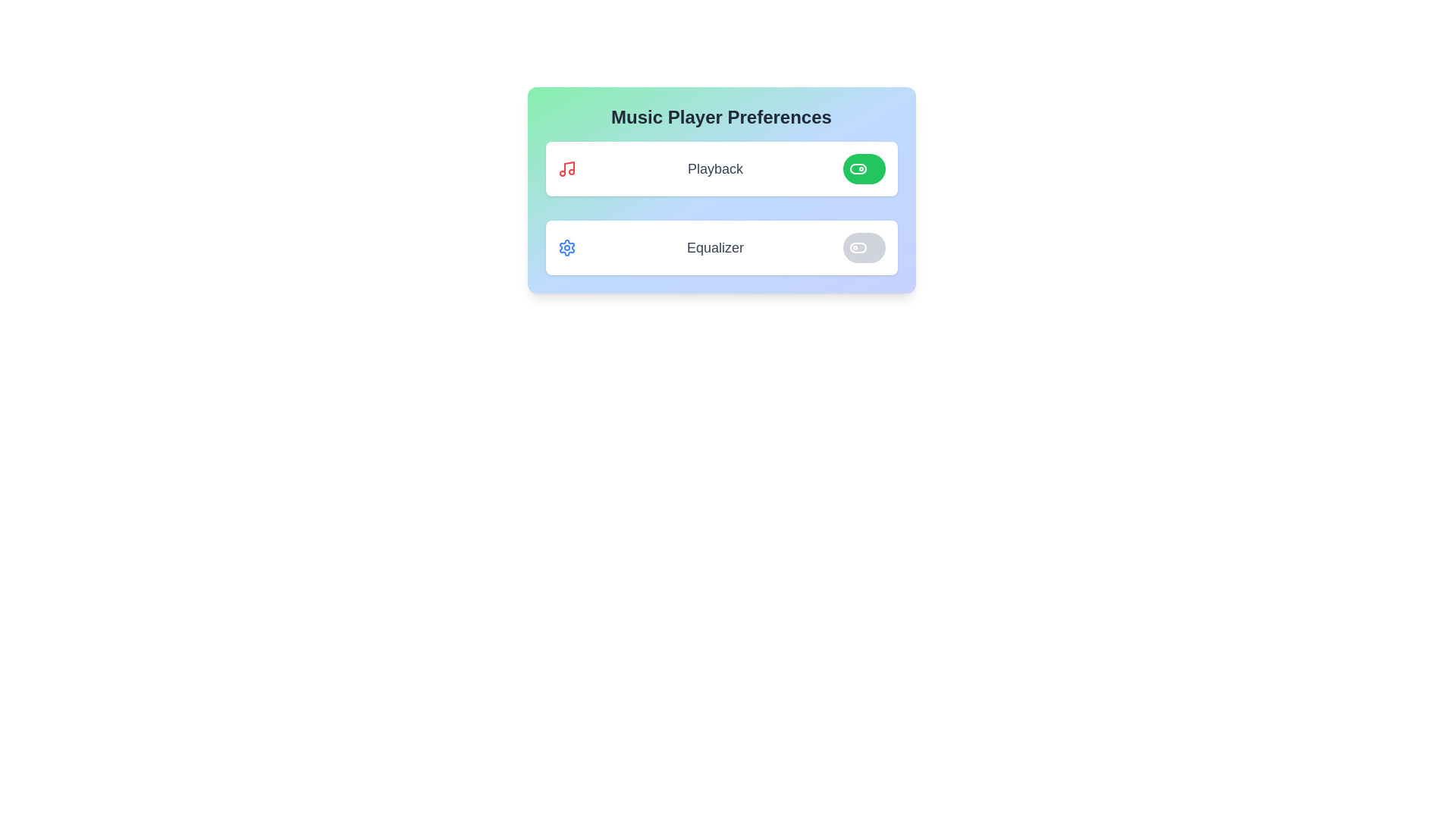 The width and height of the screenshot is (1456, 819). What do you see at coordinates (720, 116) in the screenshot?
I see `the 'Music Player Preferences' text element` at bounding box center [720, 116].